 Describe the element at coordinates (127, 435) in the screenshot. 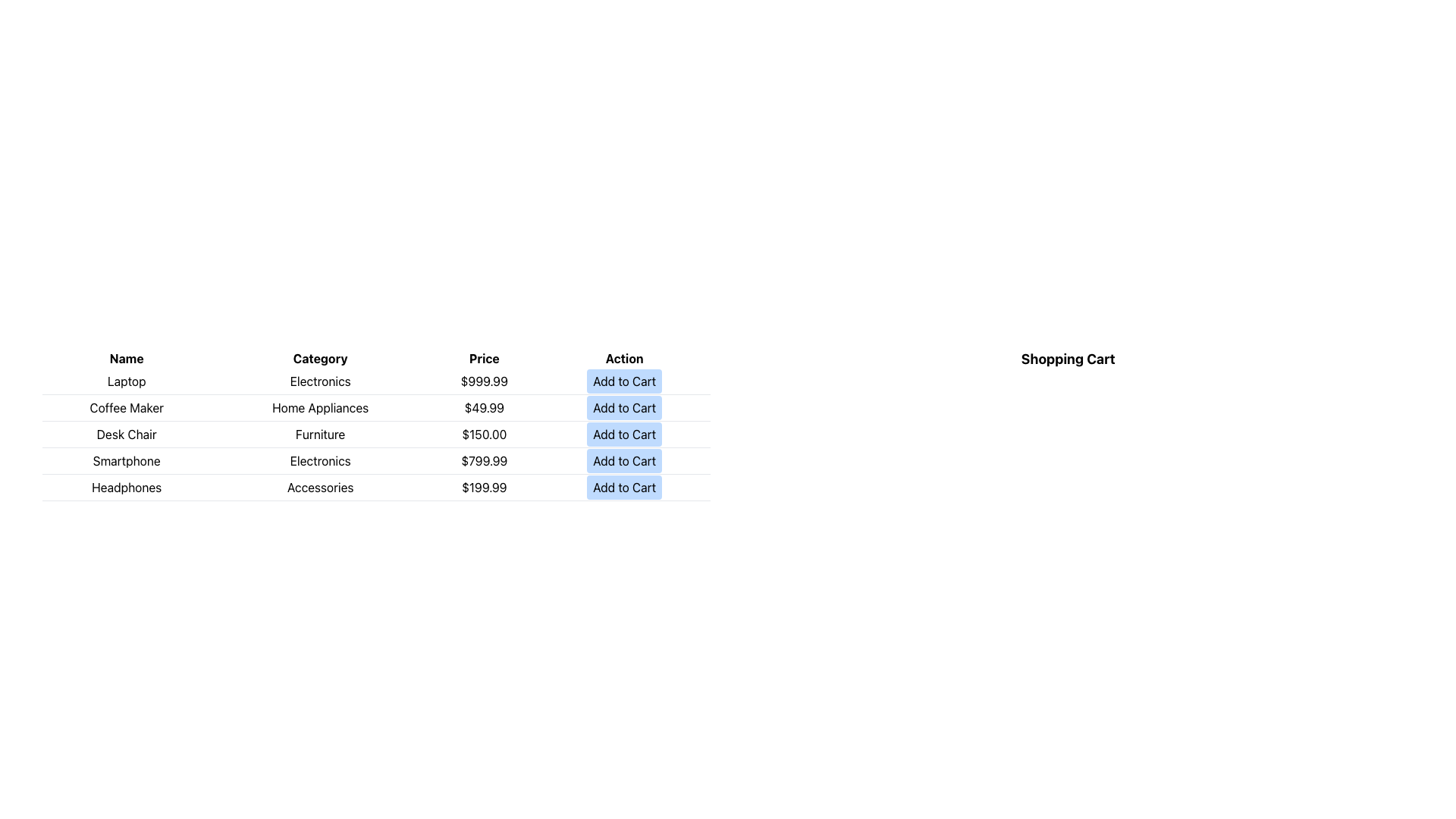

I see `on the 'Desk Chair' text label located in the third row of the 'Name' column in the grid layout` at that location.